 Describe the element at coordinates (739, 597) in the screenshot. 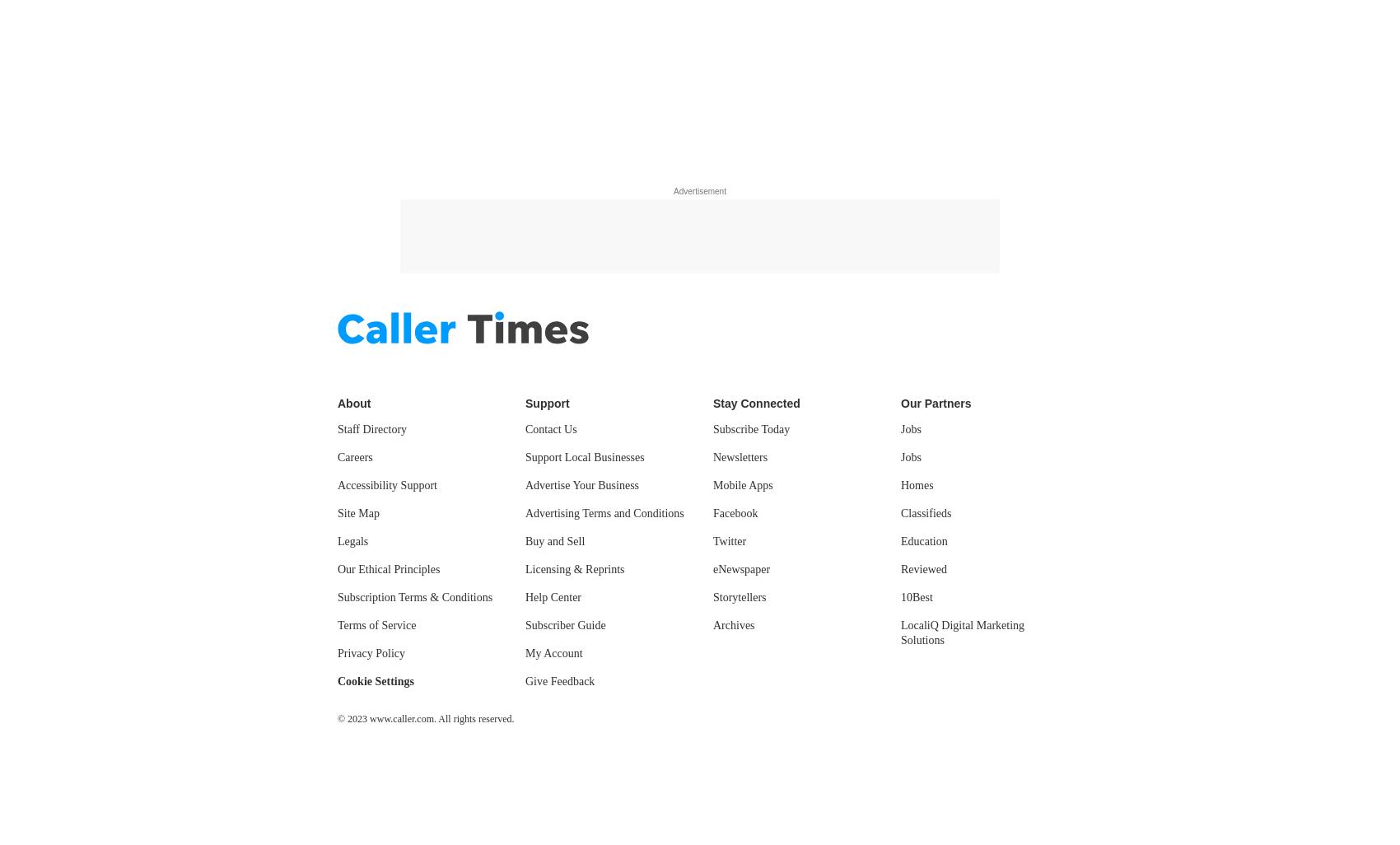

I see `'Storytellers'` at that location.